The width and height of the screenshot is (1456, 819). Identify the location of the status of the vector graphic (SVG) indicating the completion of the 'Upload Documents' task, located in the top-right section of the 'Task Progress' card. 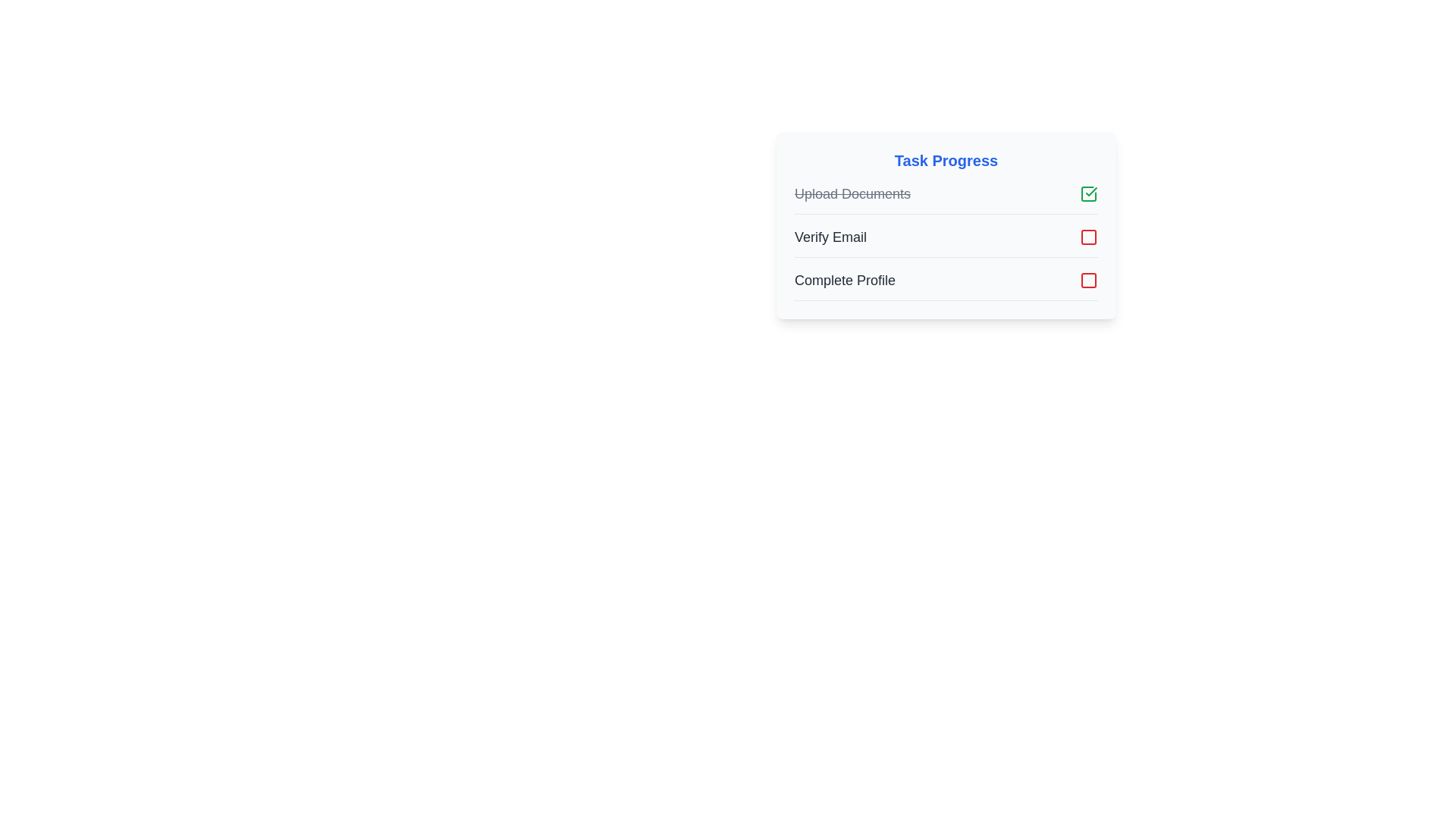
(1087, 193).